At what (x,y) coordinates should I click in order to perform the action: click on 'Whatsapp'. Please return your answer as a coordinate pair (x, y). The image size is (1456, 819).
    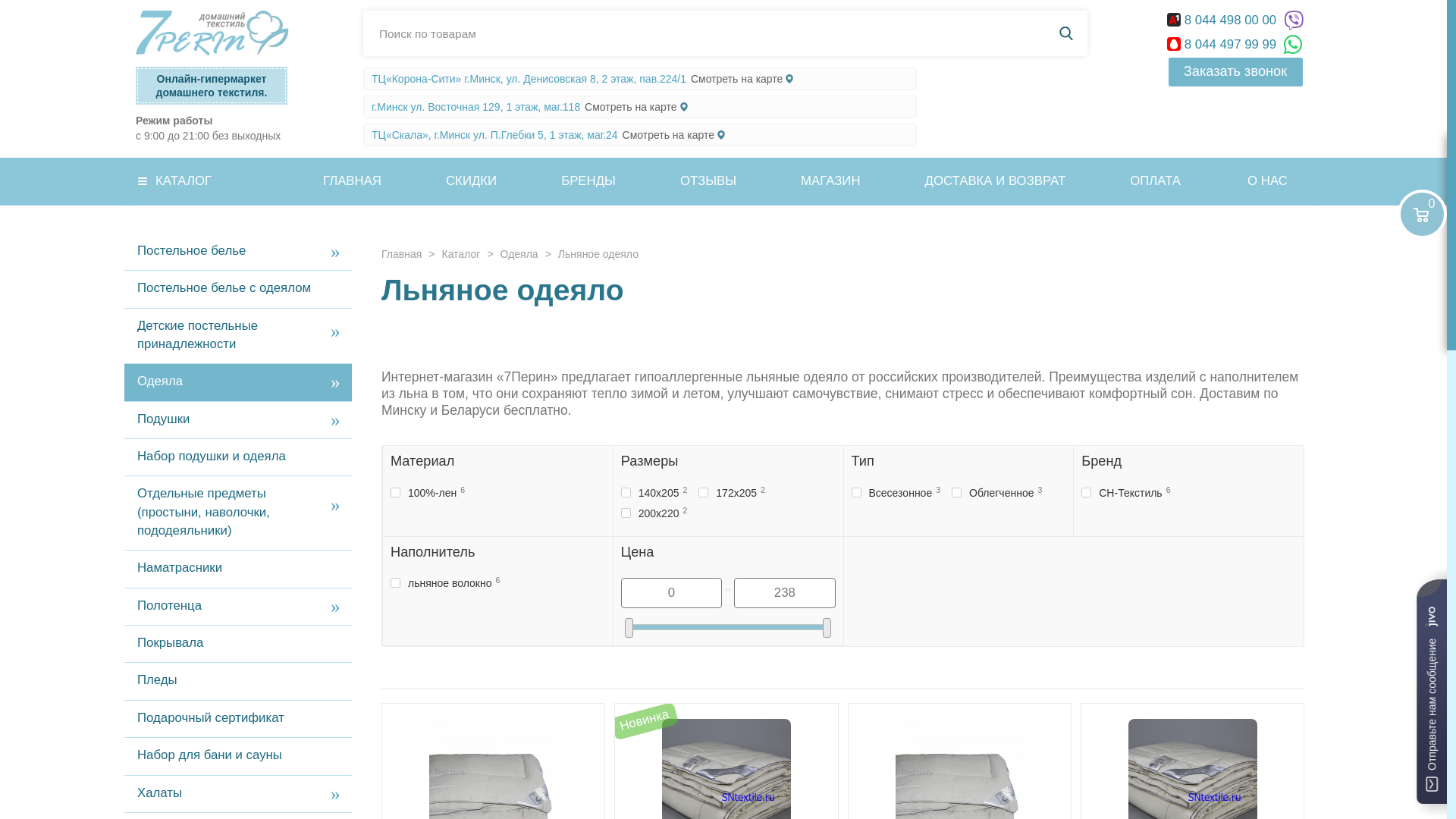
    Looking at the image, I should click on (1292, 44).